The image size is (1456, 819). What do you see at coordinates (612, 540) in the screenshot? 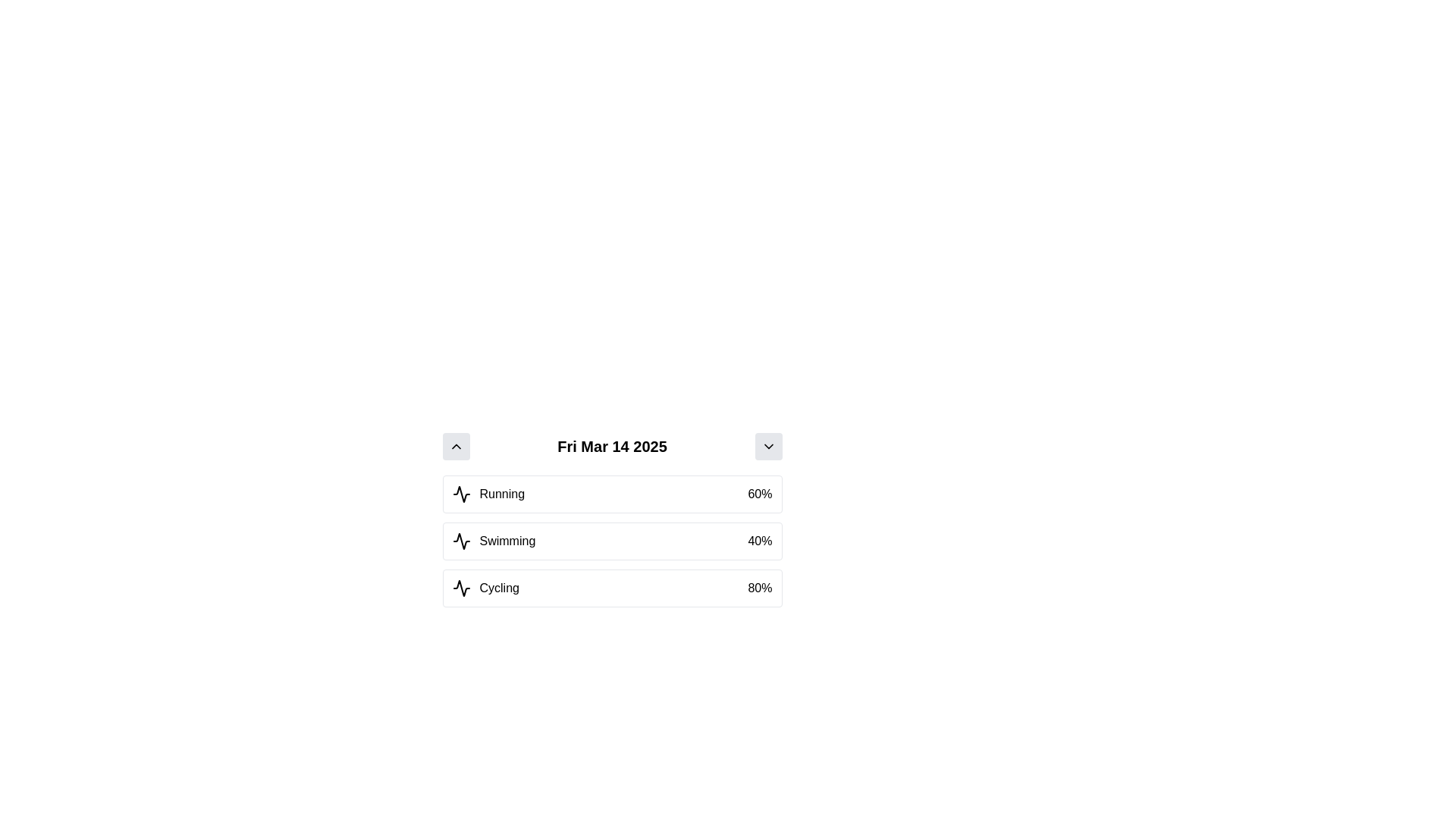
I see `the 'Swimming' activity information display, which shows '40%' and is located in the second row of a vertical list of activities` at bounding box center [612, 540].